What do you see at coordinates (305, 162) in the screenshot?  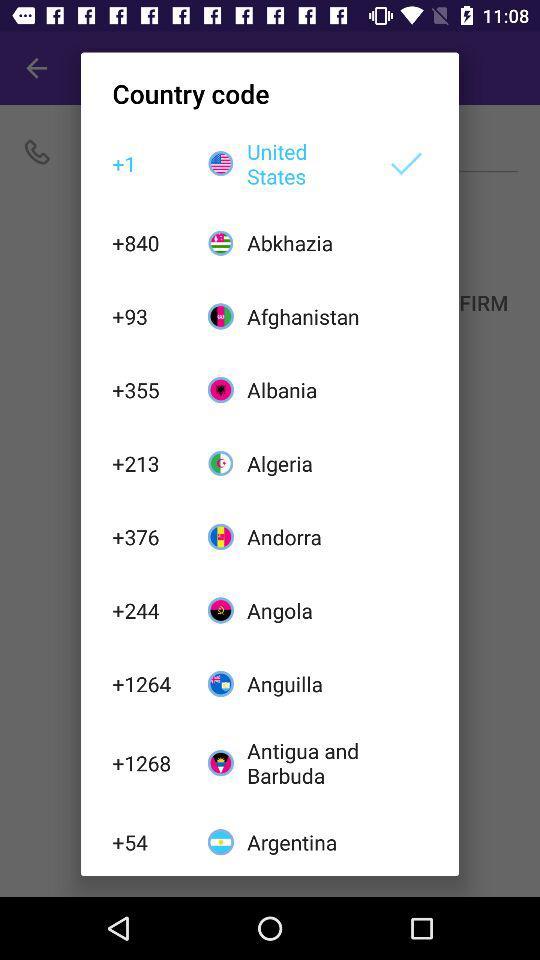 I see `the item above the abkhazia icon` at bounding box center [305, 162].